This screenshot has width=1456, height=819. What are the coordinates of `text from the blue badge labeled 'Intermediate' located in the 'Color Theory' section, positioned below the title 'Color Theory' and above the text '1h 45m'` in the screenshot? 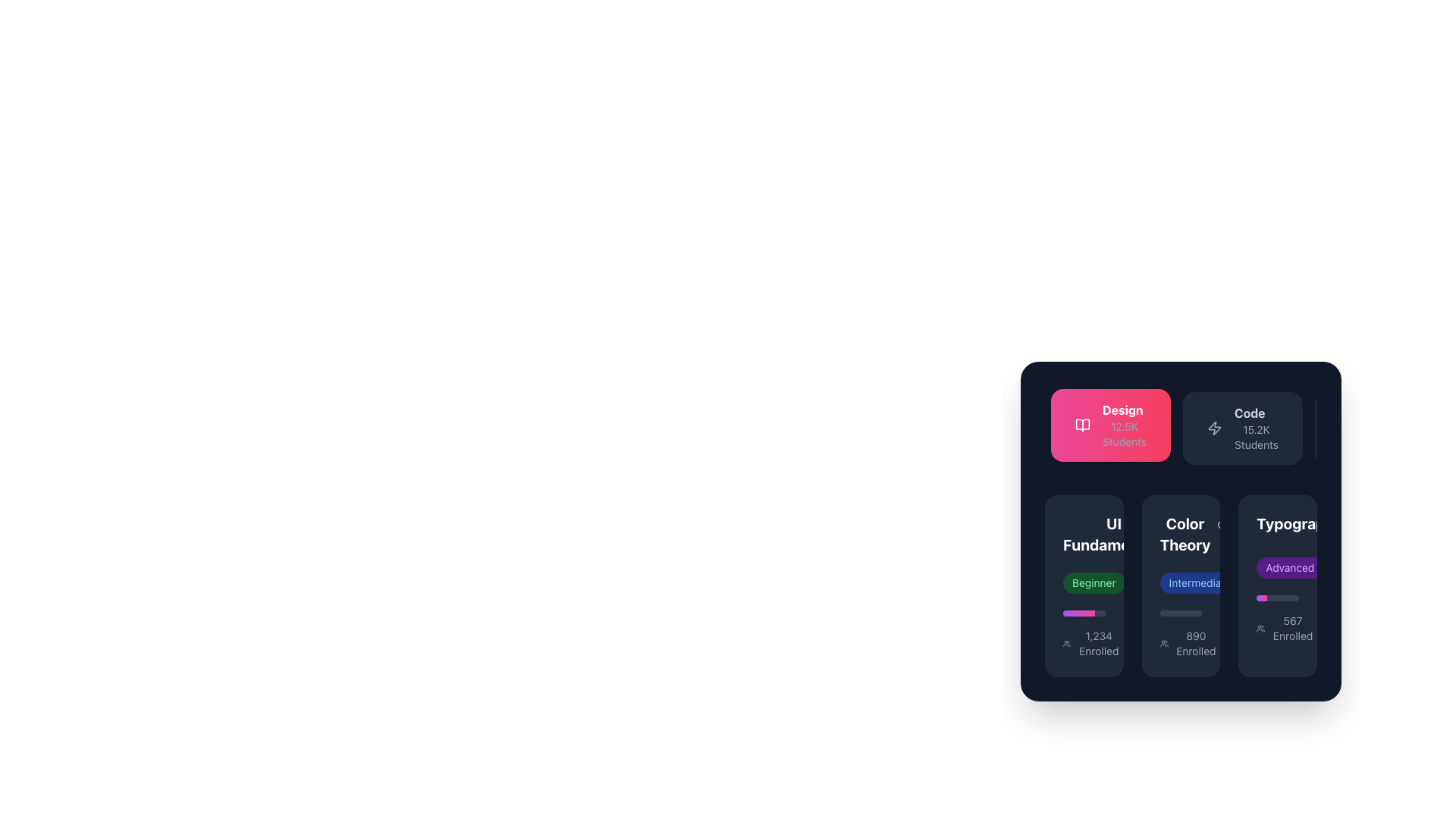 It's located at (1180, 582).